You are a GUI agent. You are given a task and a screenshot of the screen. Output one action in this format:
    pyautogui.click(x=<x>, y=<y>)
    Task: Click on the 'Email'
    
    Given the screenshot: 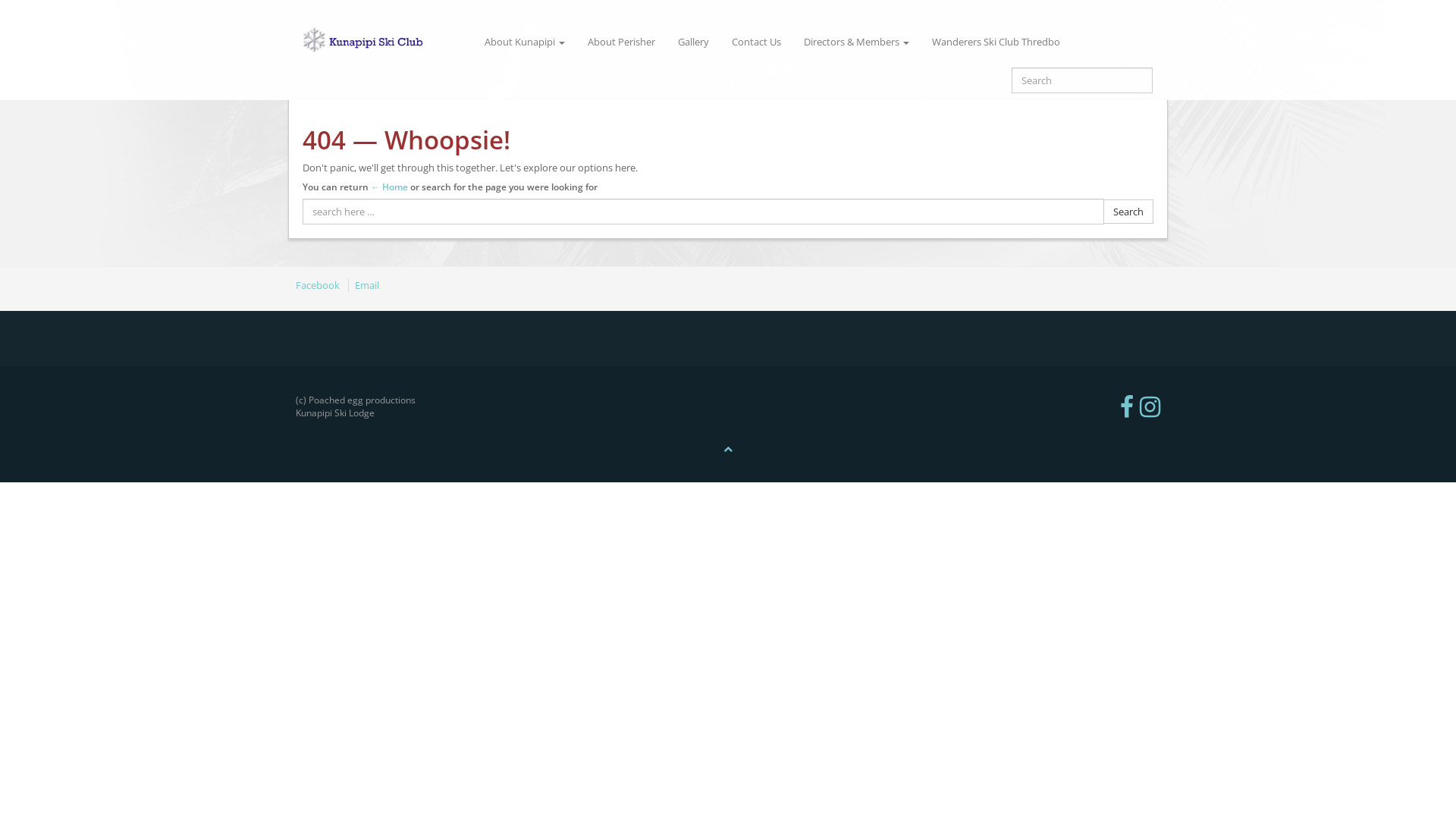 What is the action you would take?
    pyautogui.click(x=347, y=284)
    